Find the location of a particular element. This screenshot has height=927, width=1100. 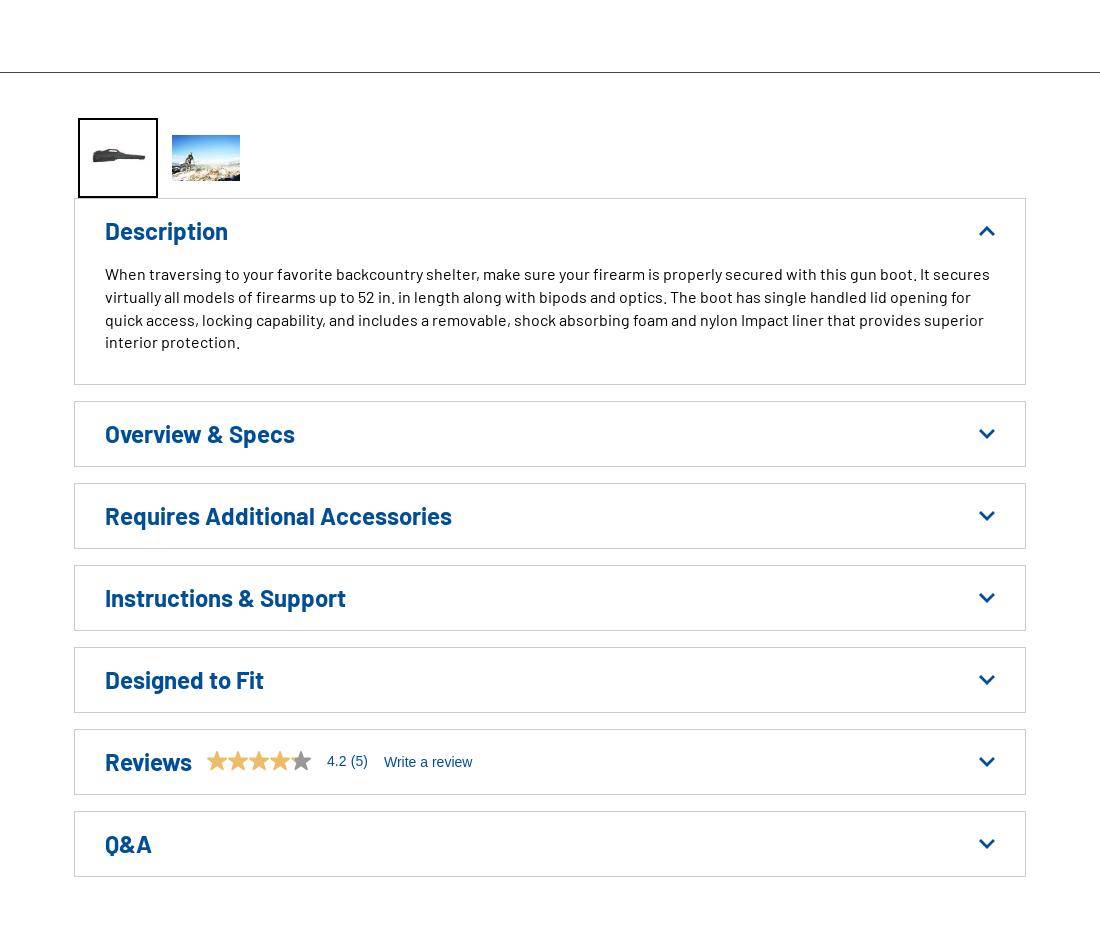

'Overview & Specs' is located at coordinates (105, 432).